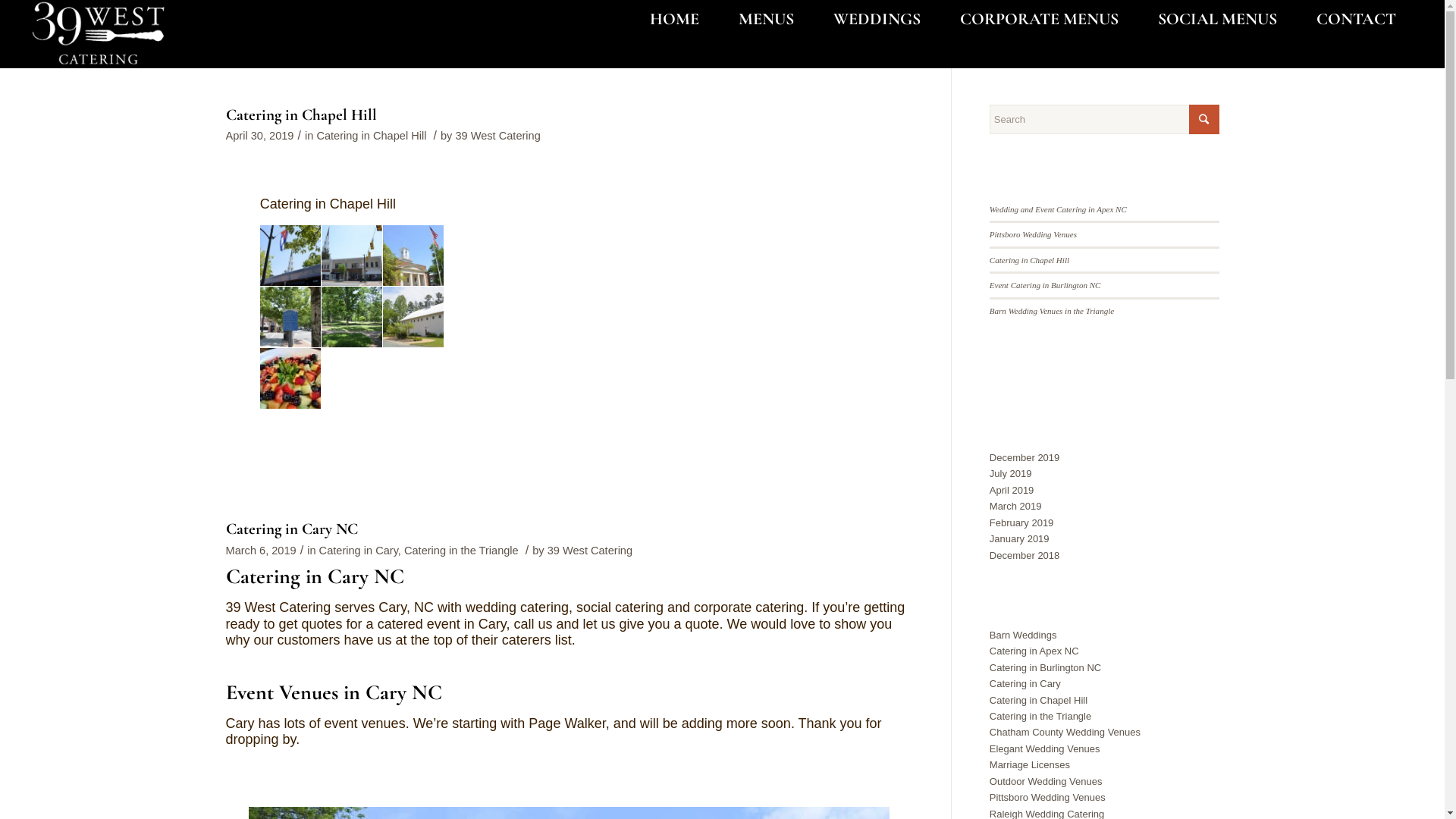 This screenshot has width=1456, height=819. I want to click on 'Wedding and Event Catering in Apex NC', so click(1057, 209).